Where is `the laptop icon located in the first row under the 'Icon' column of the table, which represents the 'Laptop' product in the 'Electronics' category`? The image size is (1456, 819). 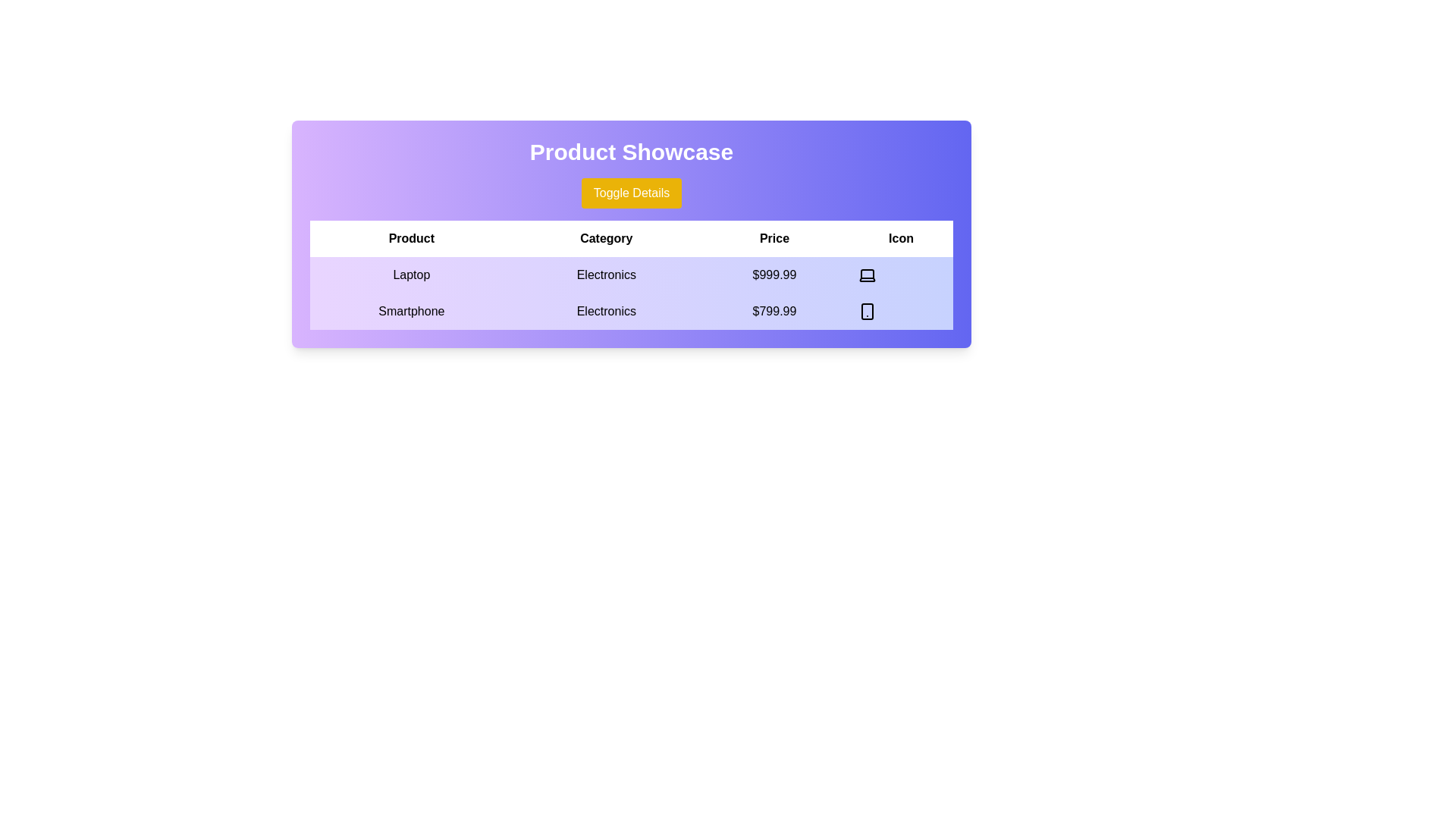
the laptop icon located in the first row under the 'Icon' column of the table, which represents the 'Laptop' product in the 'Electronics' category is located at coordinates (867, 275).